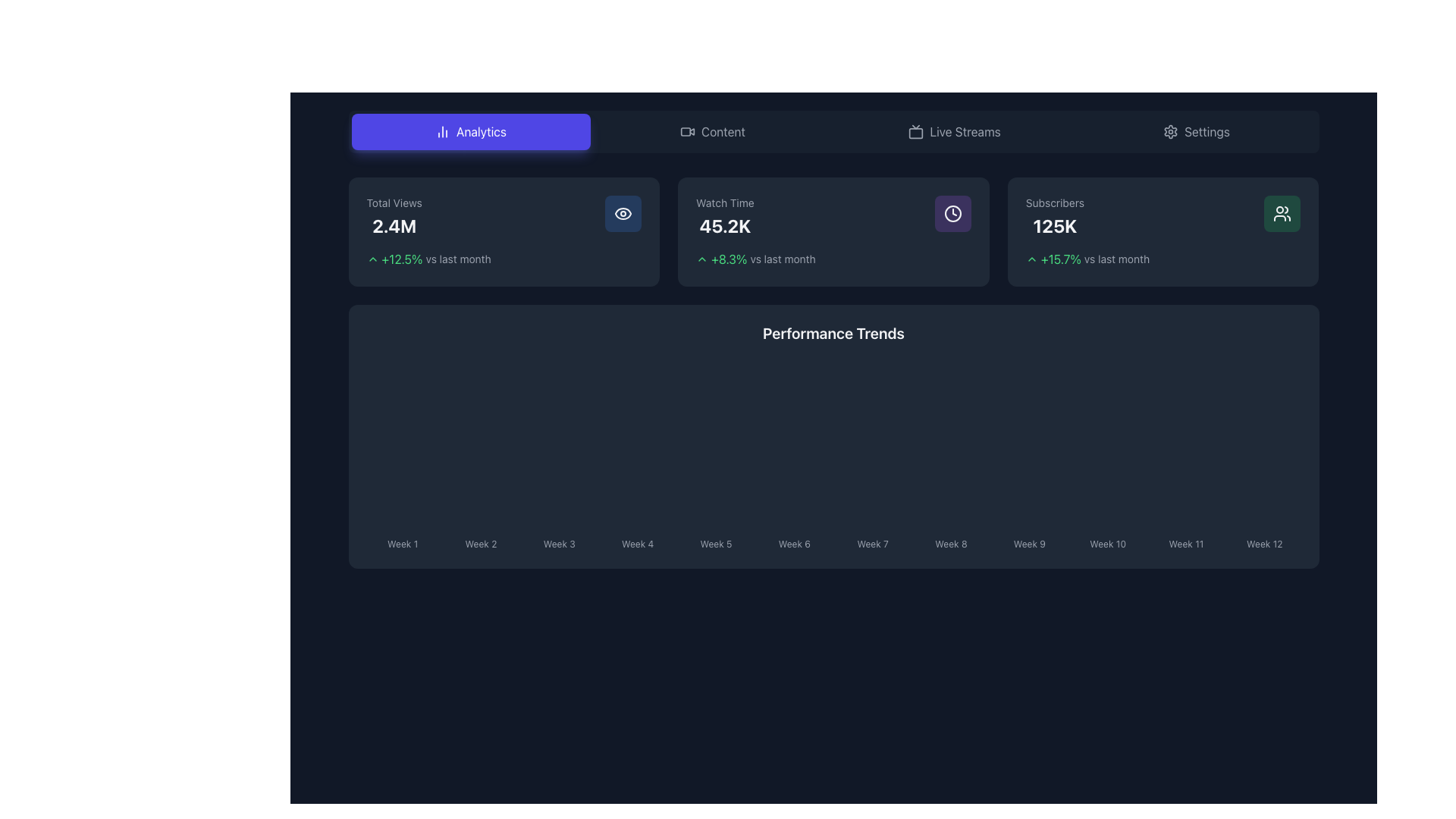 The image size is (1456, 819). Describe the element at coordinates (715, 540) in the screenshot. I see `the selectable block labeled 'Week 5'` at that location.